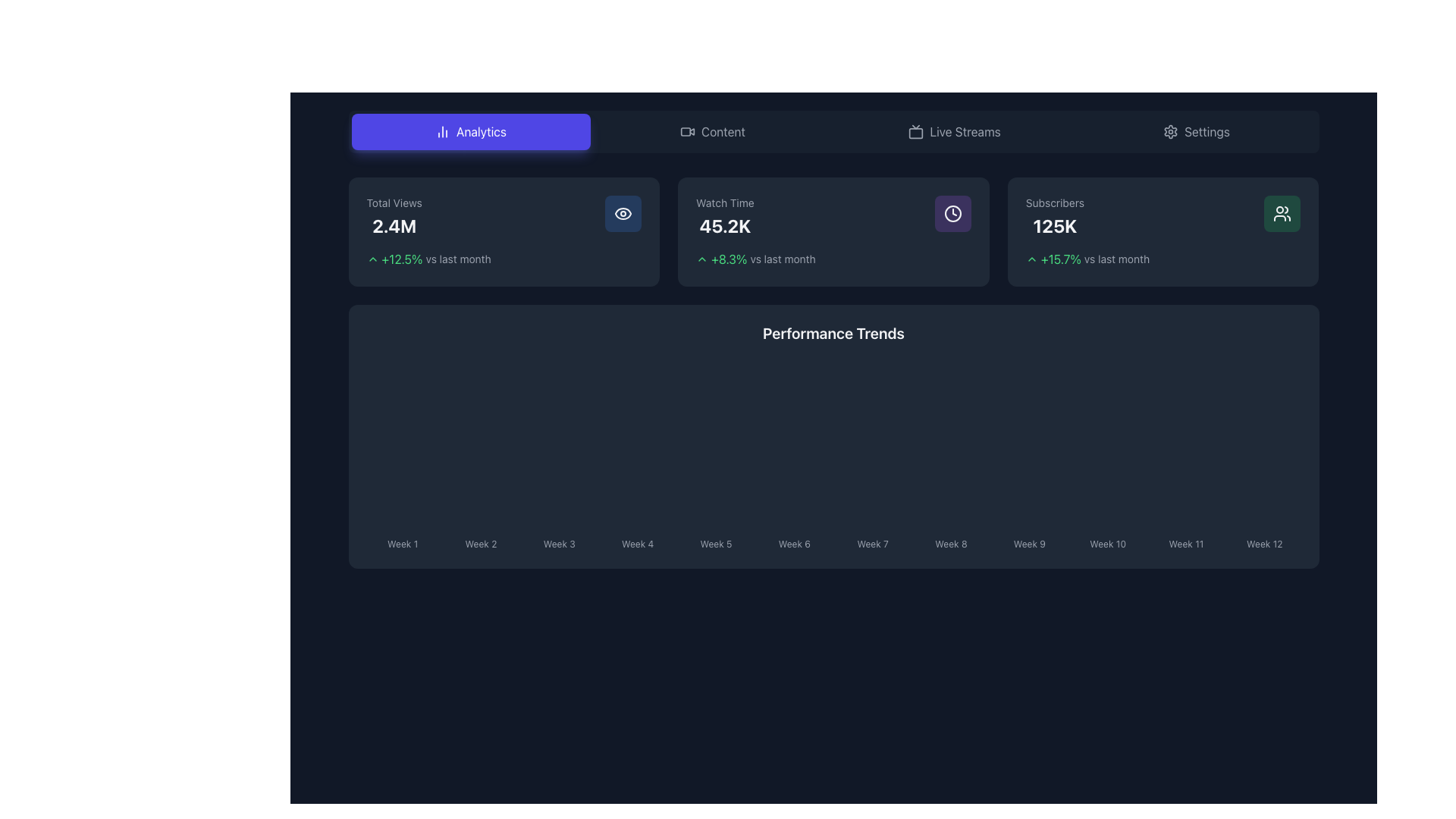 The image size is (1456, 819). Describe the element at coordinates (715, 540) in the screenshot. I see `the selectable block labeled 'Week 5'` at that location.